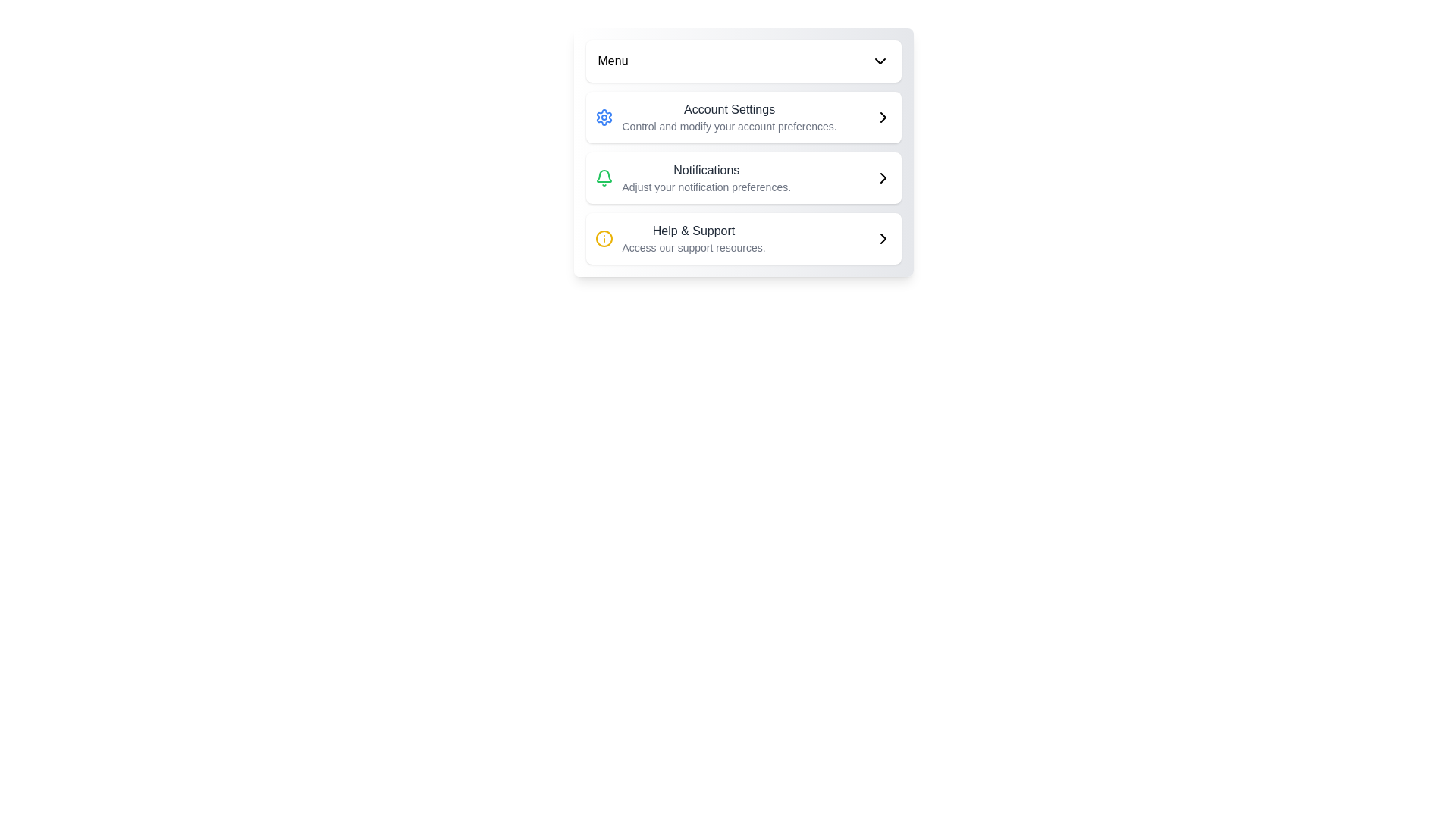 The height and width of the screenshot is (819, 1456). What do you see at coordinates (743, 116) in the screenshot?
I see `the account settings button, which is the first item` at bounding box center [743, 116].